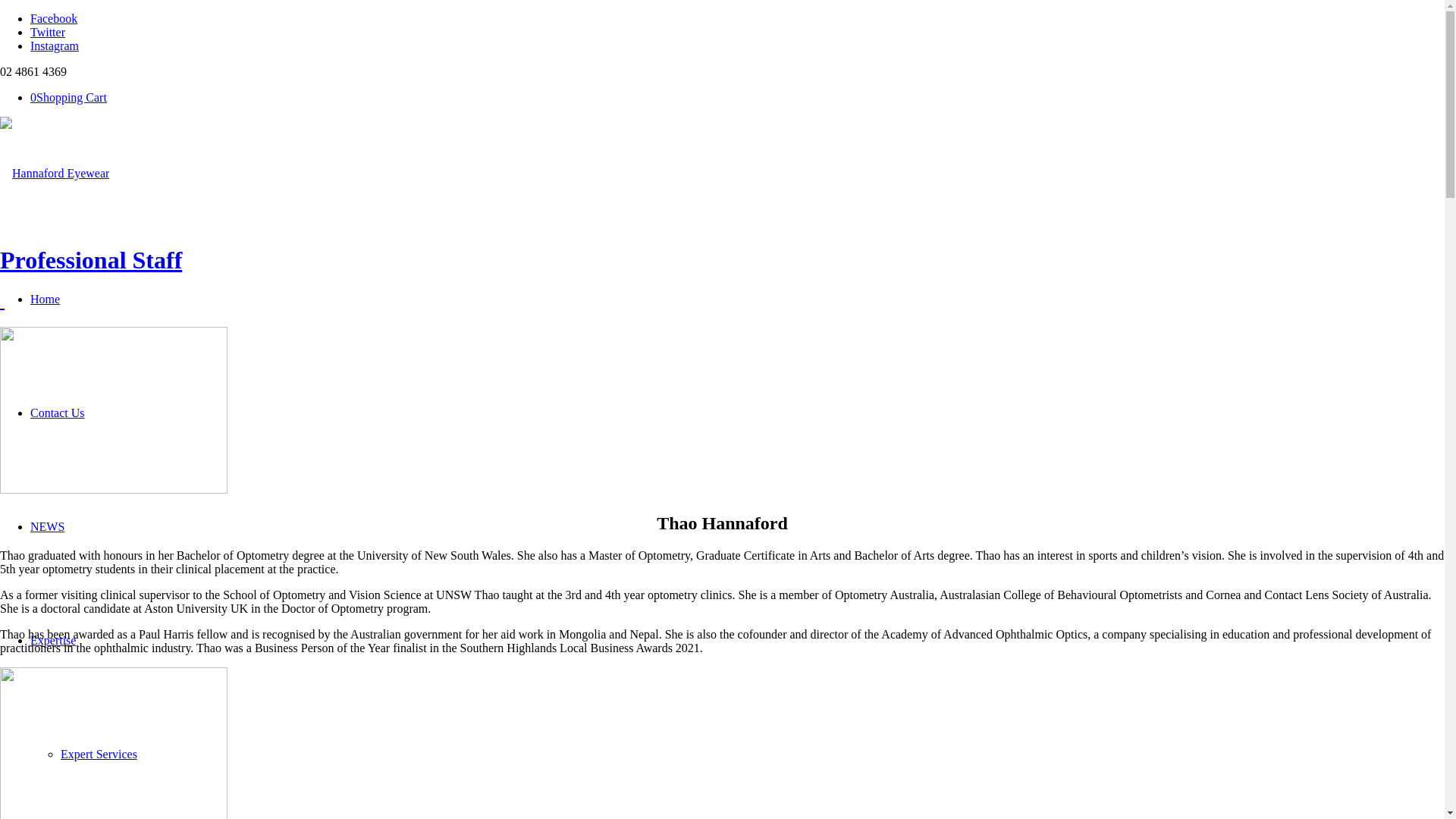  What do you see at coordinates (30, 97) in the screenshot?
I see `'0Shopping Cart'` at bounding box center [30, 97].